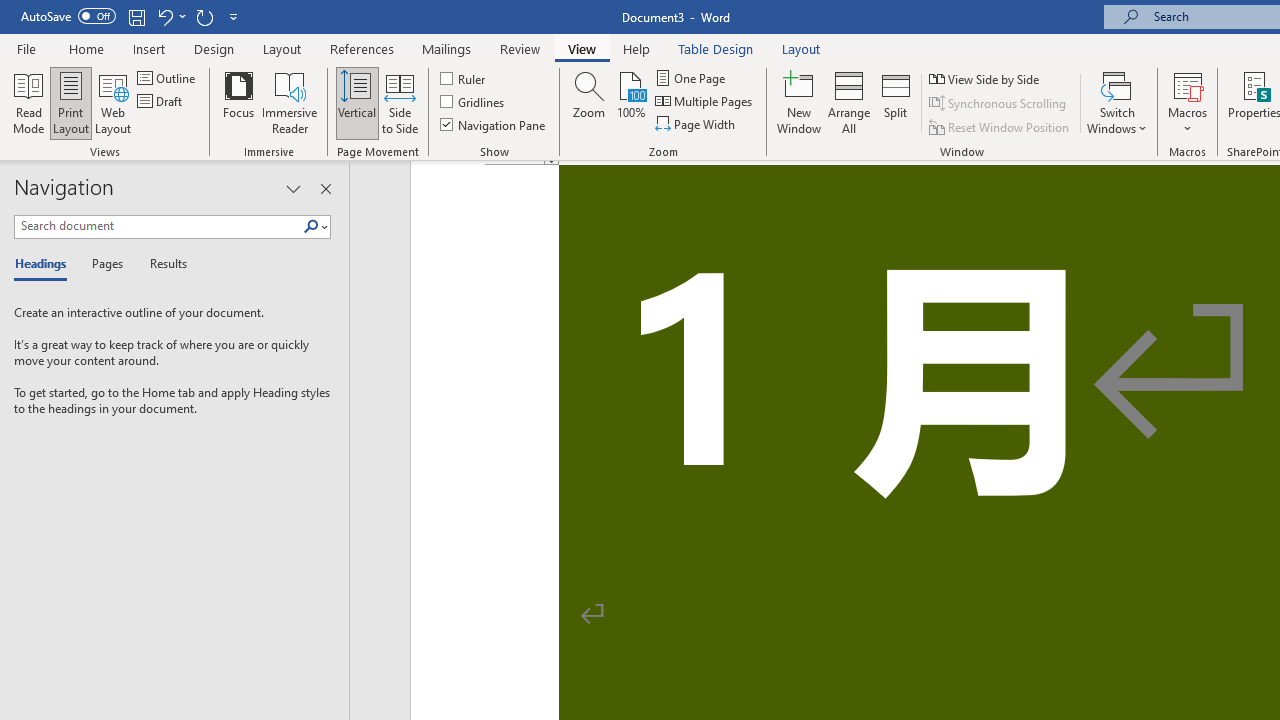 The width and height of the screenshot is (1280, 720). I want to click on 'Design', so click(214, 48).